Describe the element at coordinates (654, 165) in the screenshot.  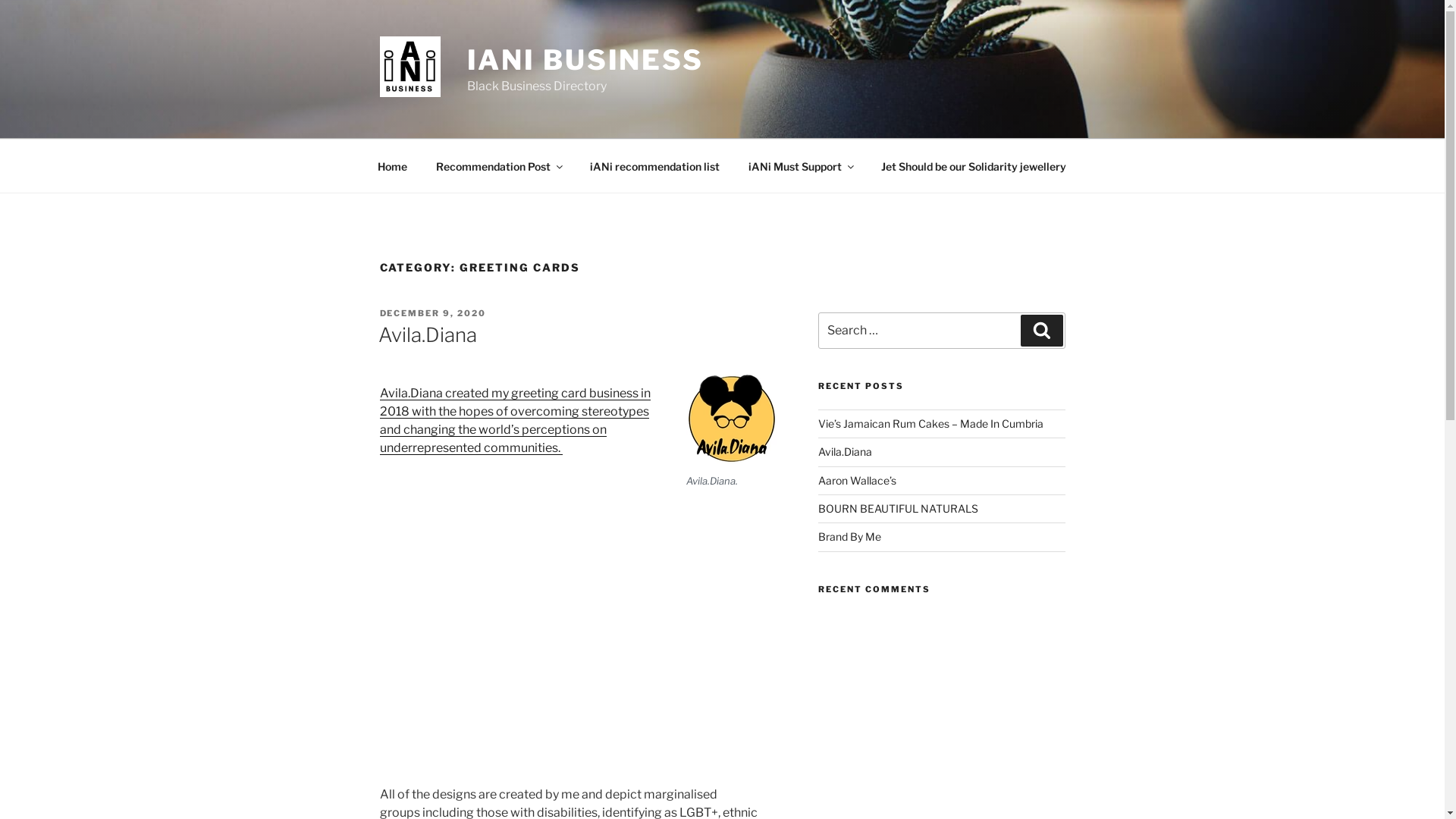
I see `'iANi recommendation list'` at that location.